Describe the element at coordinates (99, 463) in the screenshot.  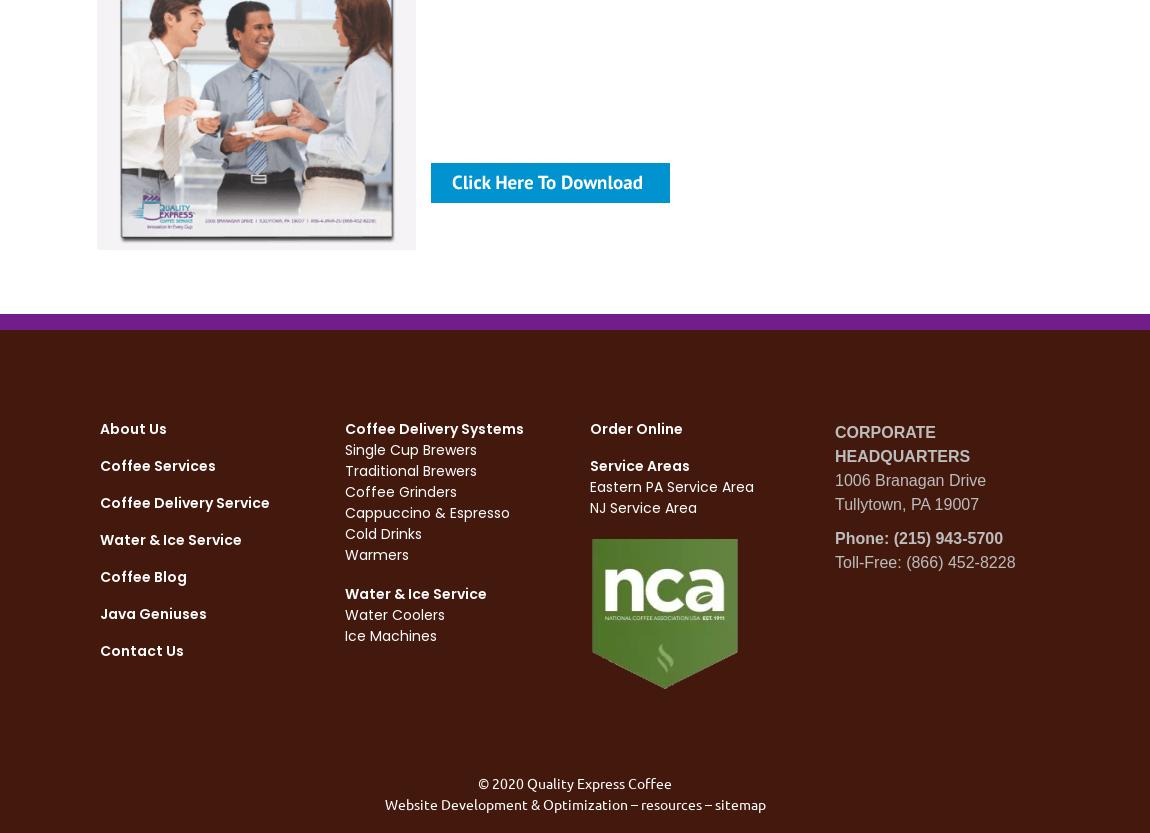
I see `'Coffee Services'` at that location.